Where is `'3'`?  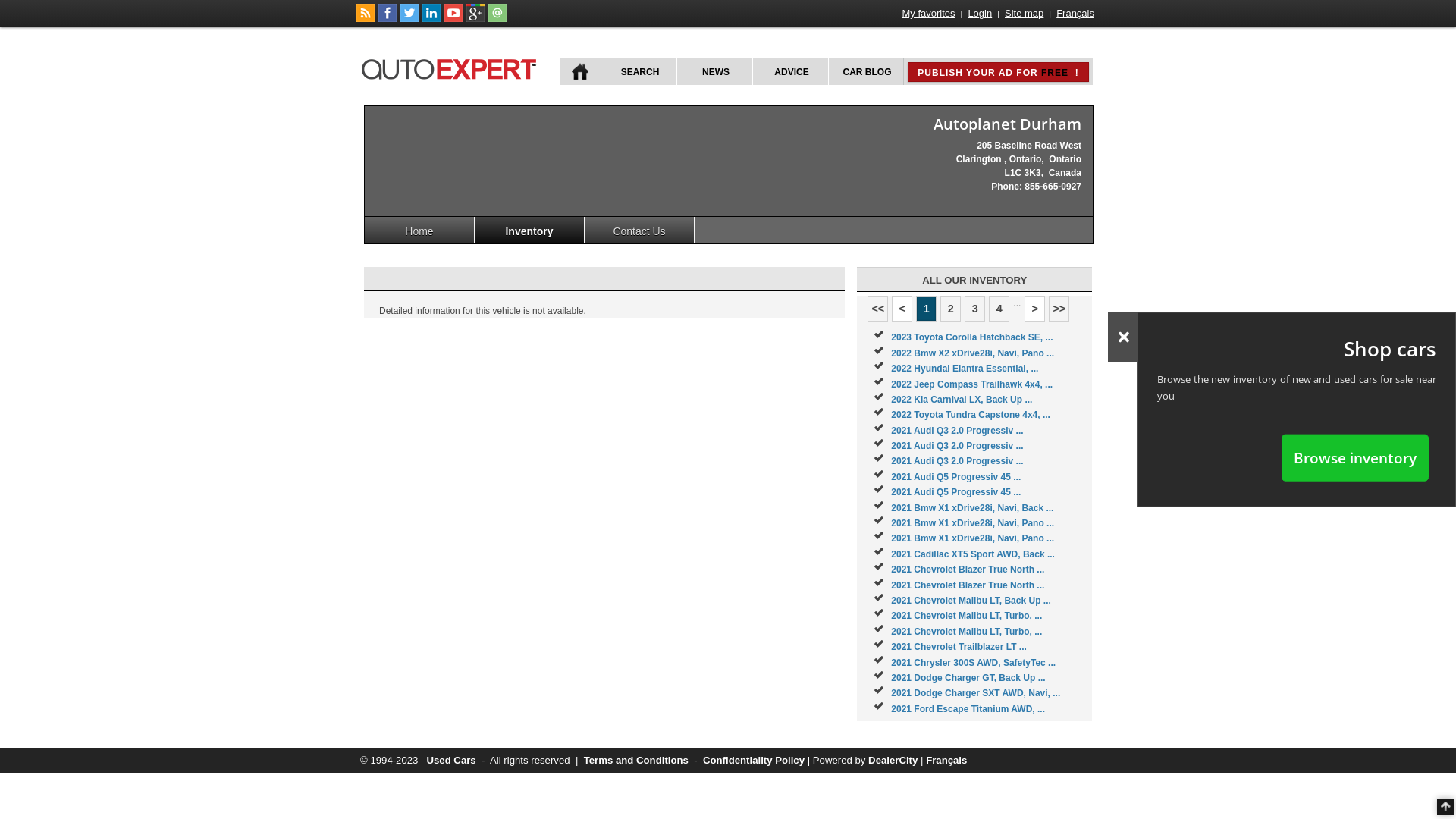 '3' is located at coordinates (974, 308).